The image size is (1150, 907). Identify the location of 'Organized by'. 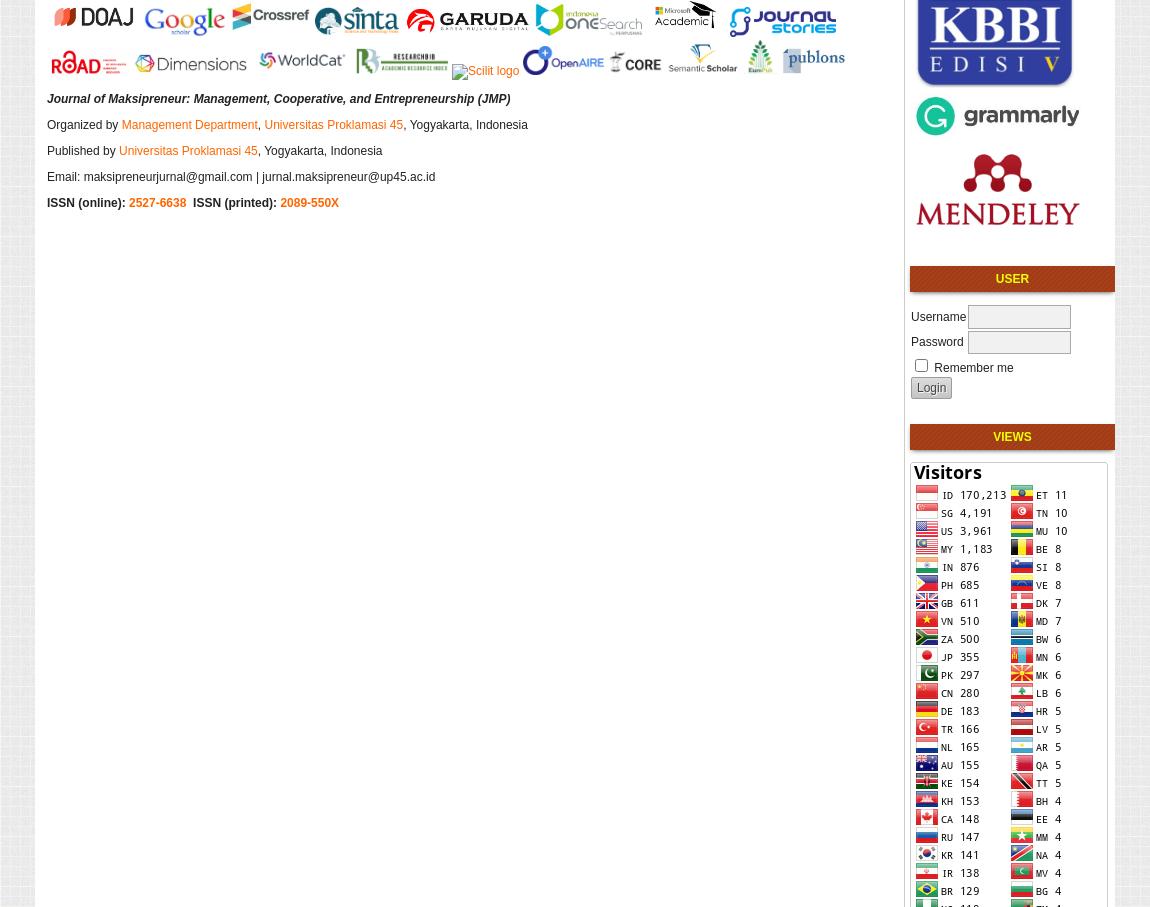
(82, 122).